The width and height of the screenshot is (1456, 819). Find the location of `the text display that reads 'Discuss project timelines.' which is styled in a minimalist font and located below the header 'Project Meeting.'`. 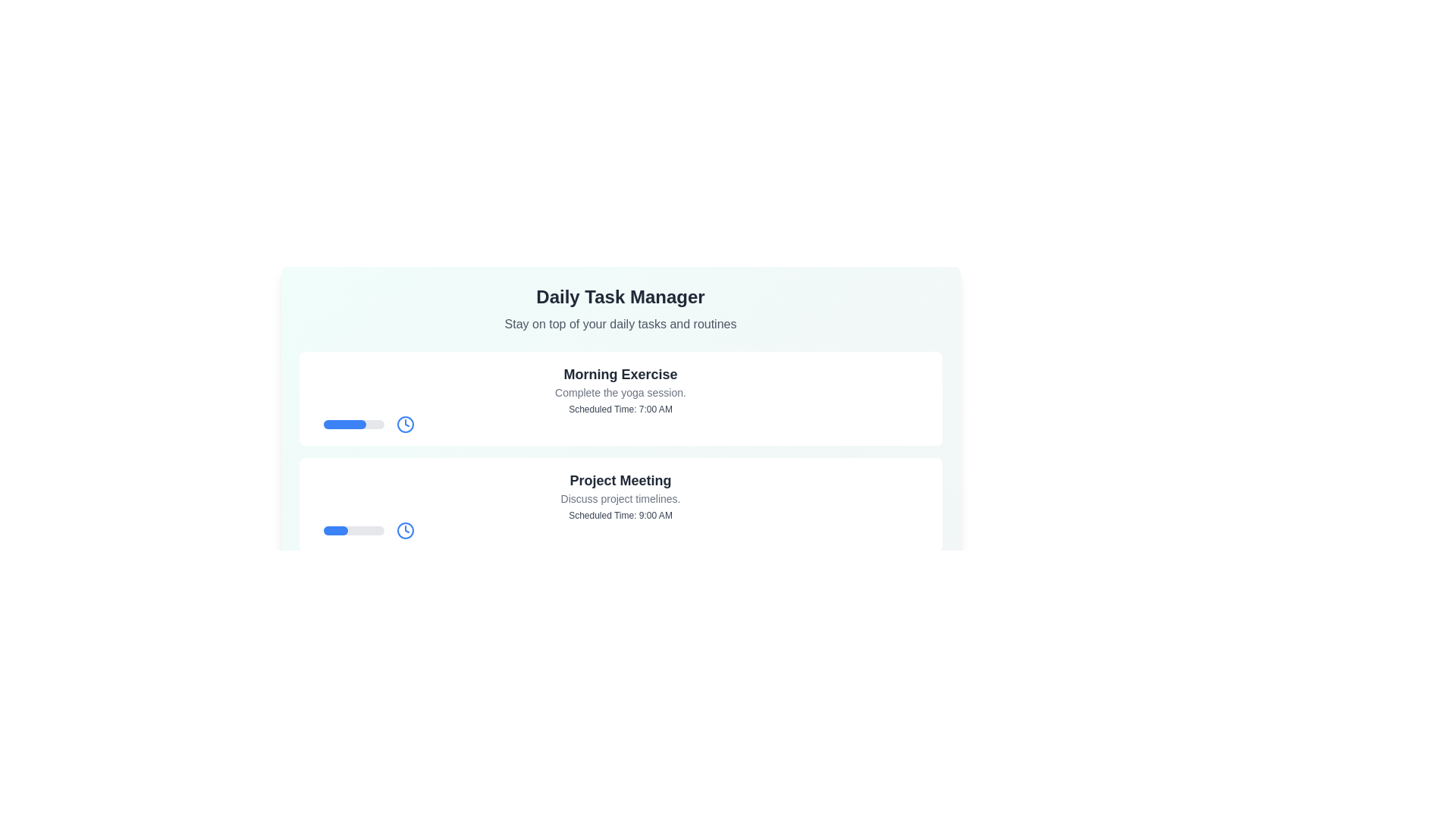

the text display that reads 'Discuss project timelines.' which is styled in a minimalist font and located below the header 'Project Meeting.' is located at coordinates (620, 499).